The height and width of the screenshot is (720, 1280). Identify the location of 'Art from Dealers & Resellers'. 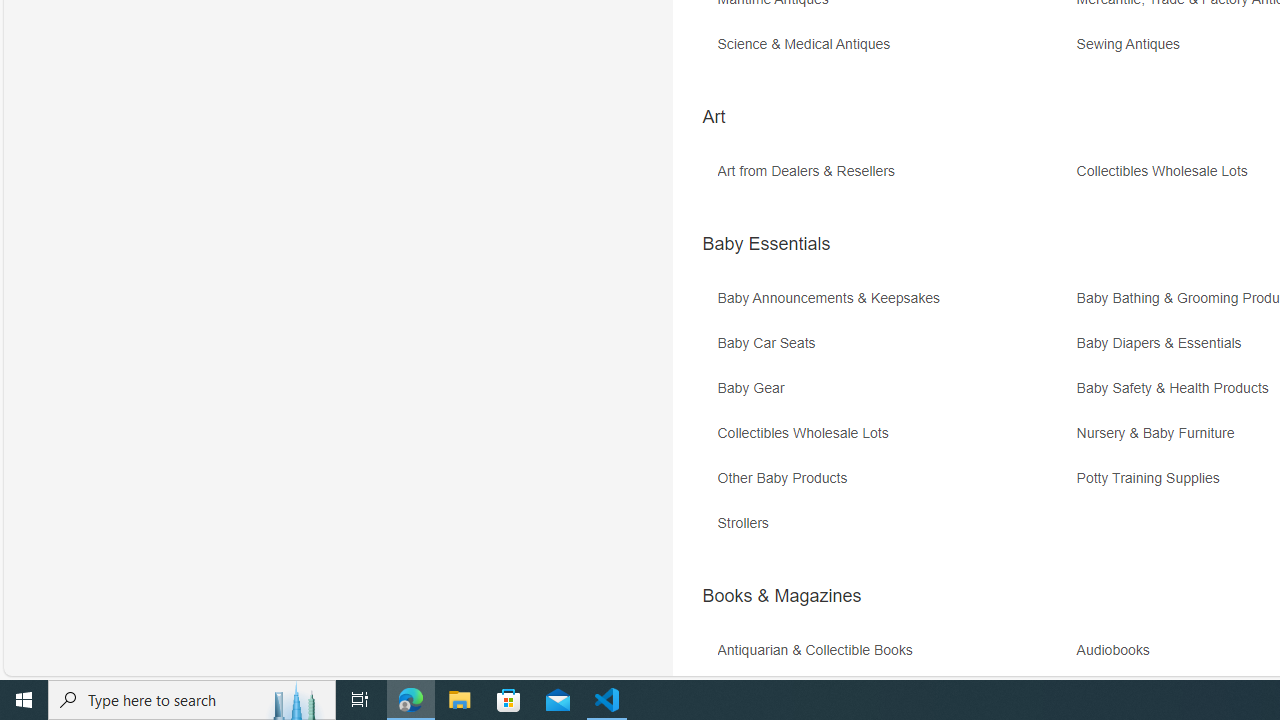
(893, 177).